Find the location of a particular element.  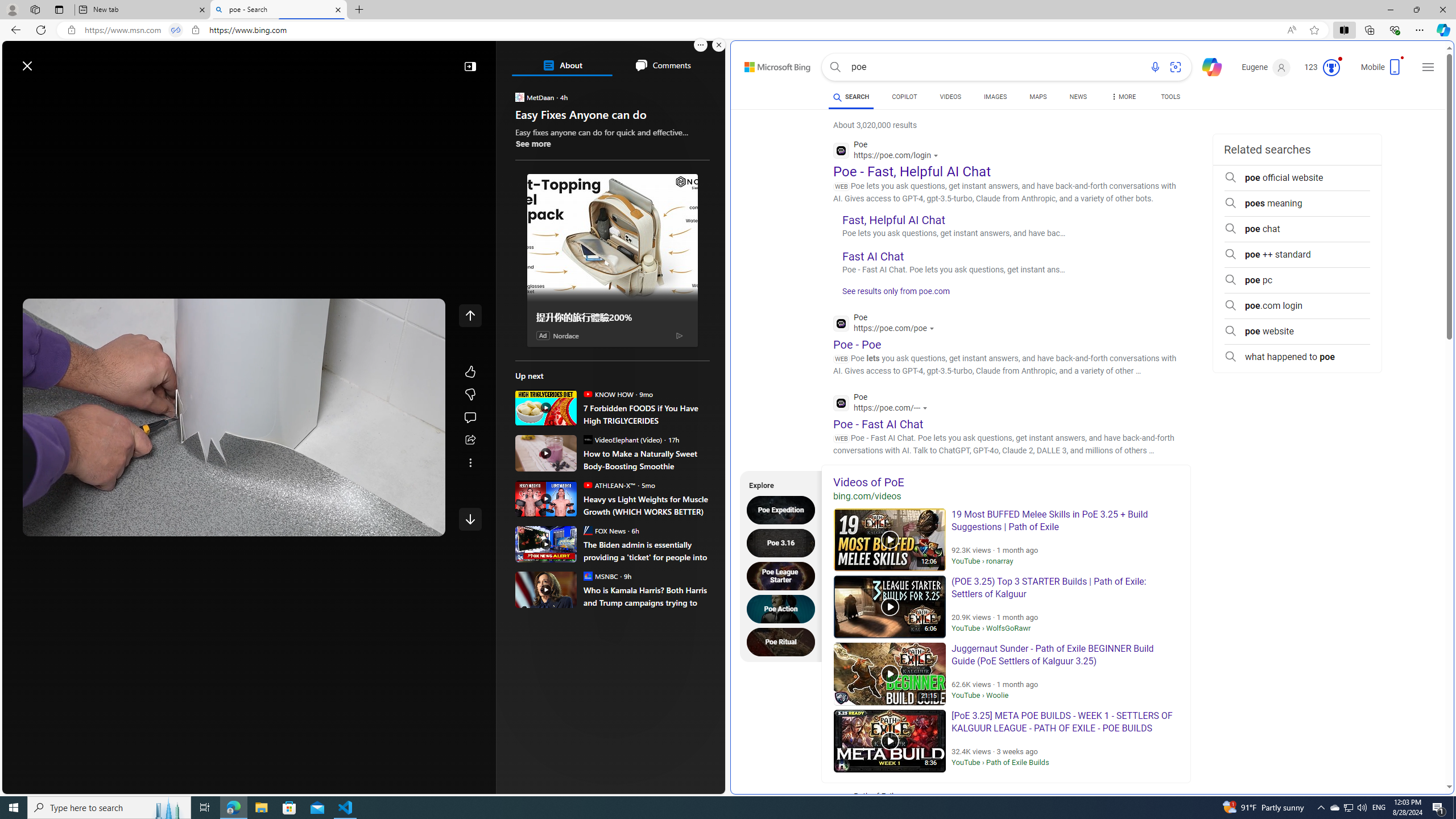

'KNOW HOW' is located at coordinates (586, 394).